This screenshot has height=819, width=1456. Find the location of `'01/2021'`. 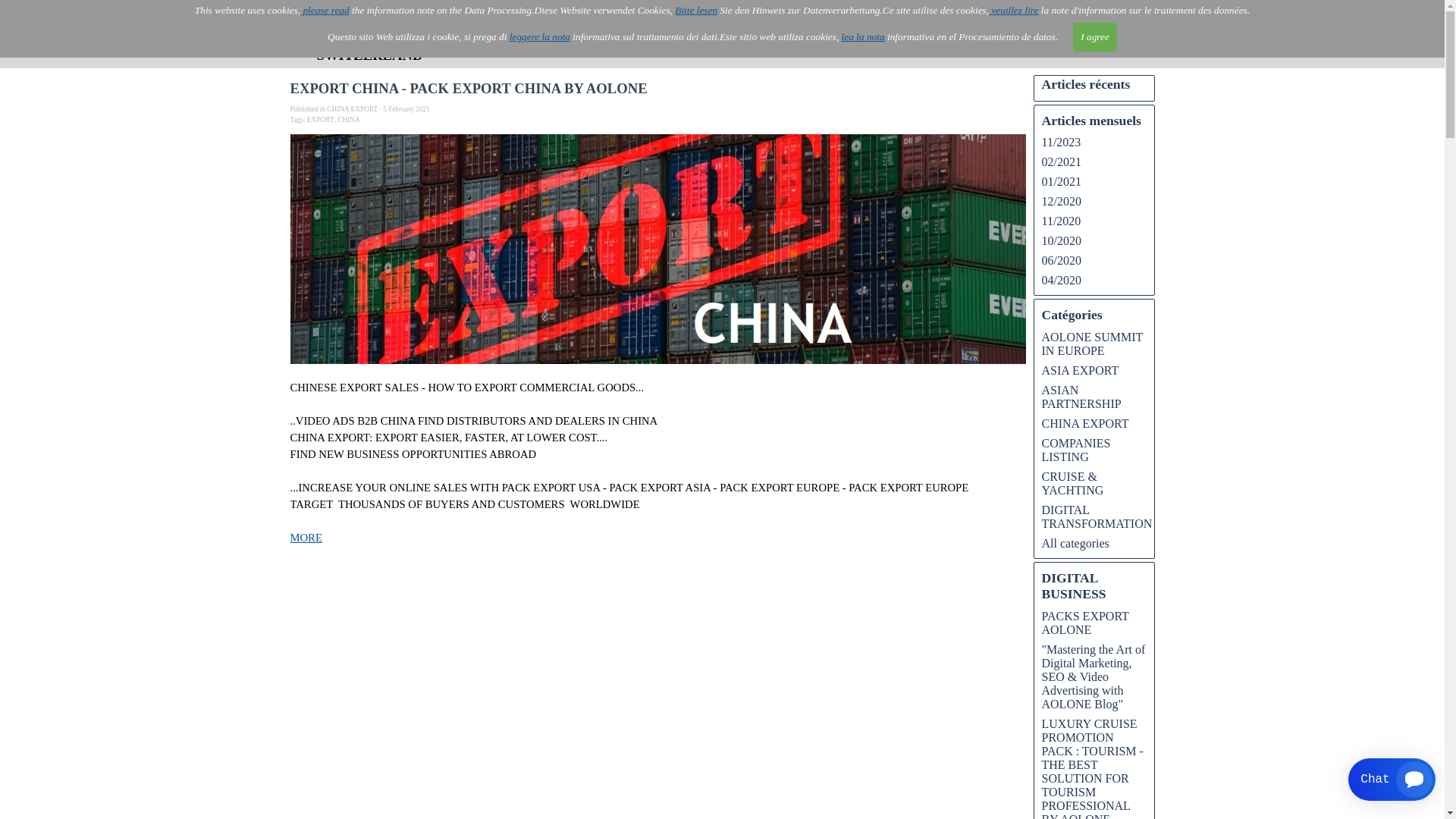

'01/2021' is located at coordinates (1061, 180).